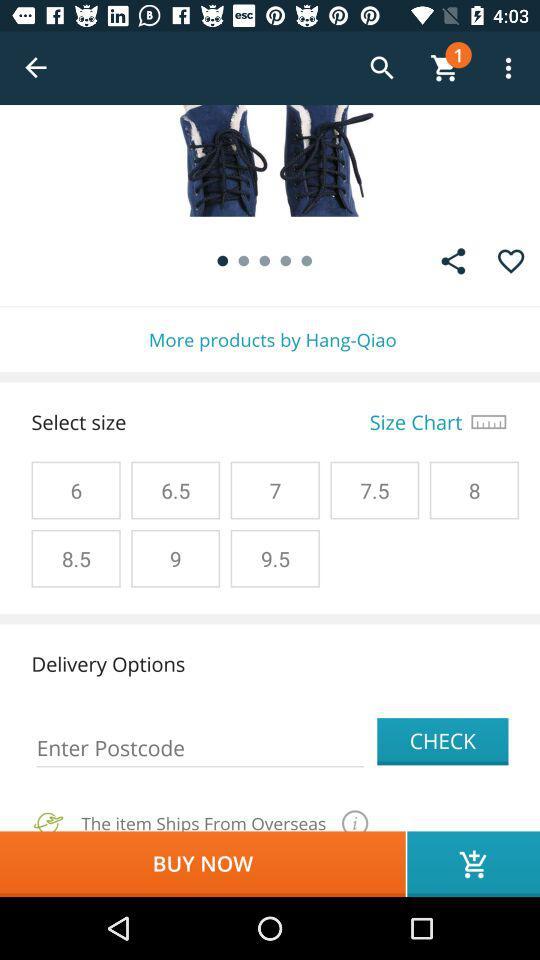 The image size is (540, 960). I want to click on the share icon, so click(453, 260).